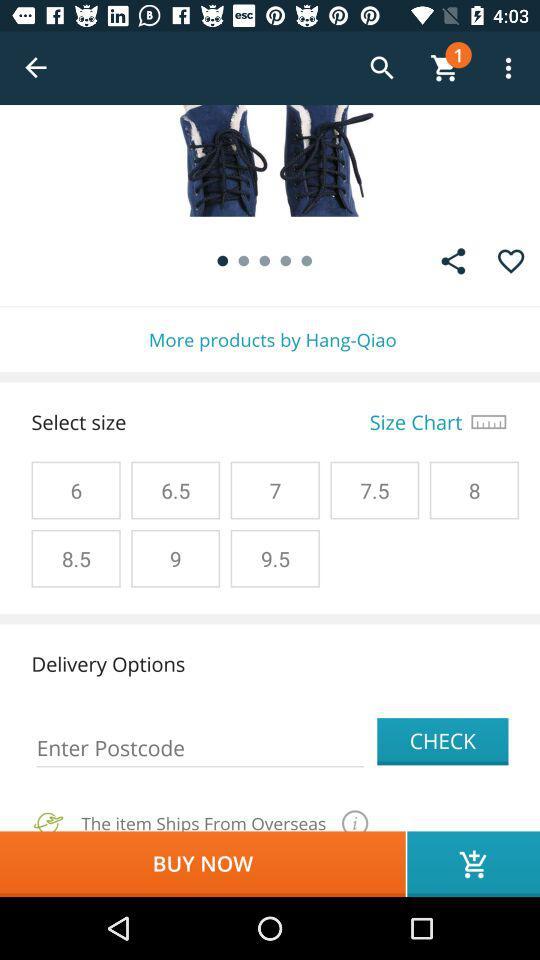 The image size is (540, 960). I want to click on the share icon, so click(453, 260).